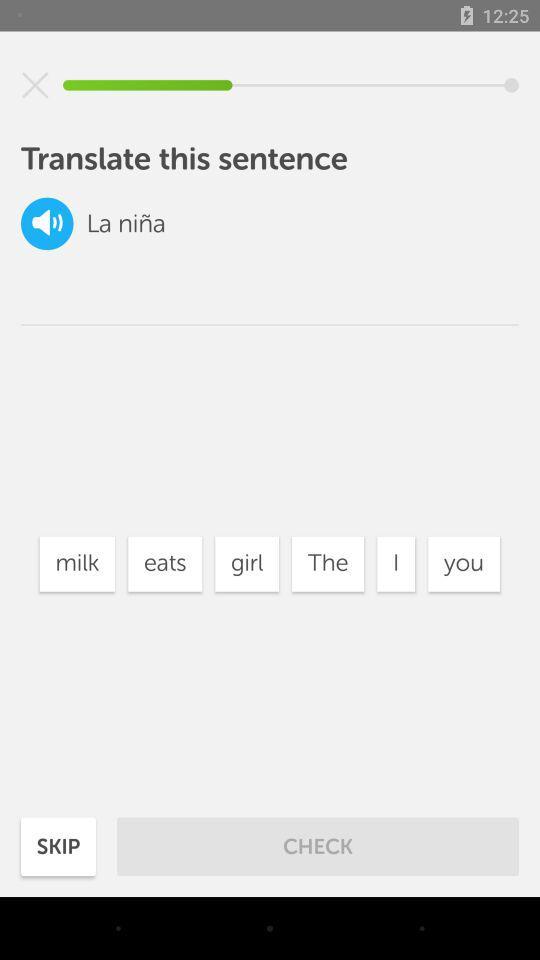 This screenshot has width=540, height=960. I want to click on you item, so click(464, 564).